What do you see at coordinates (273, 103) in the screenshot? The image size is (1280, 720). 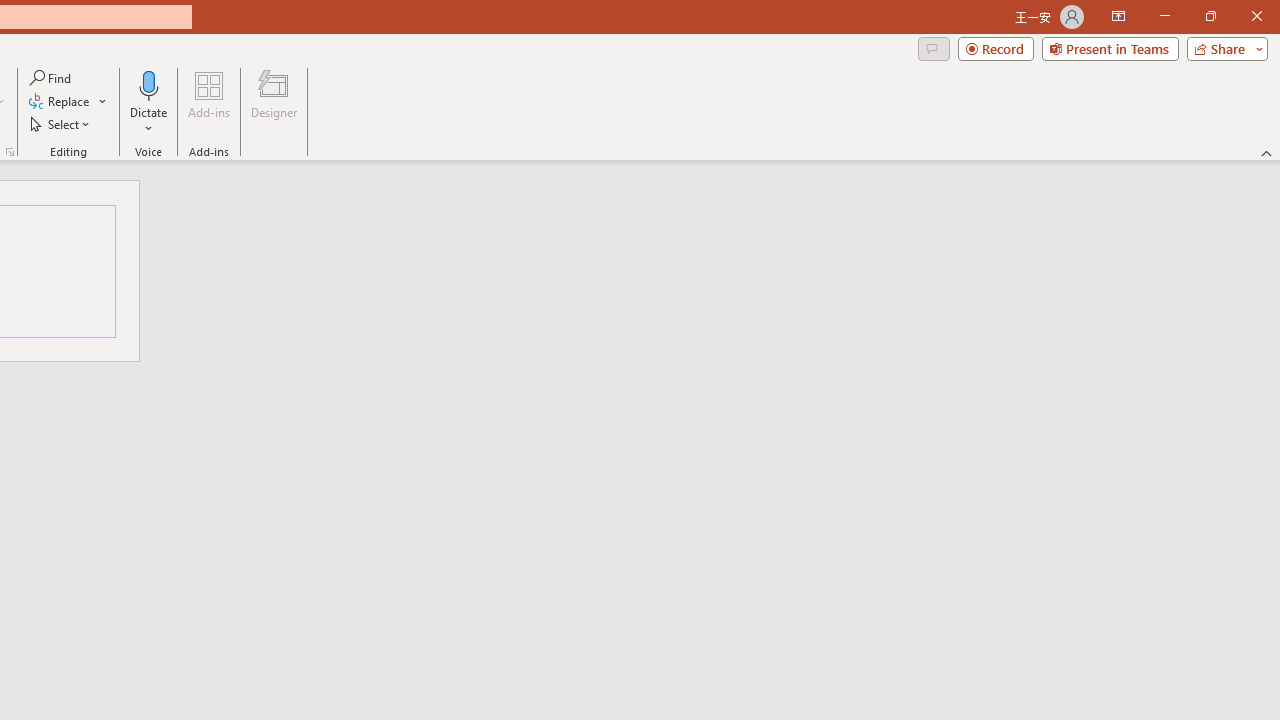 I see `'Designer'` at bounding box center [273, 103].